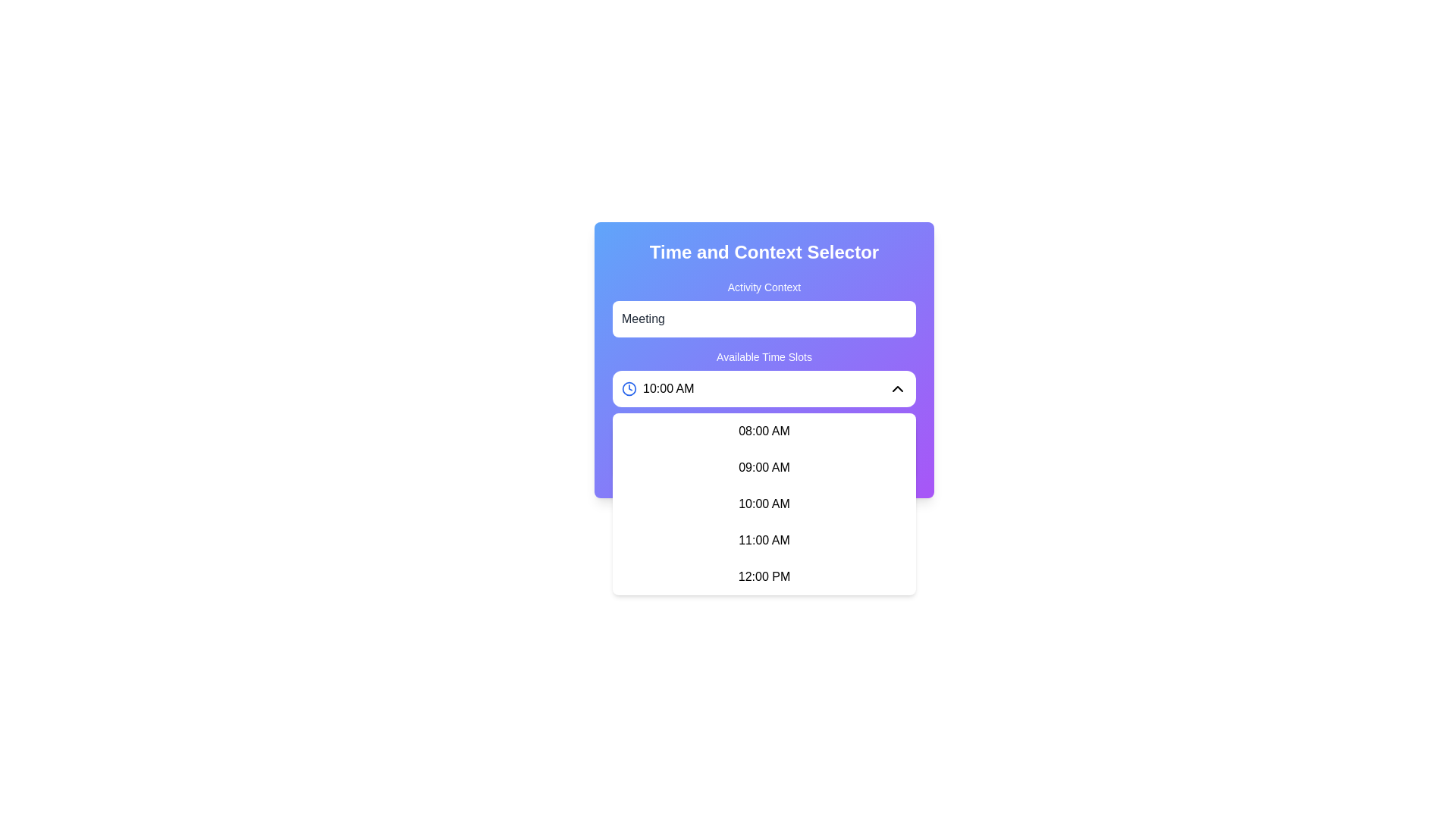 This screenshot has width=1456, height=819. Describe the element at coordinates (764, 356) in the screenshot. I see `the text element that indicates the context or purpose of the time selection dropdown, which is located above the time selection dropdown and below the 'Activity Context' input field` at that location.